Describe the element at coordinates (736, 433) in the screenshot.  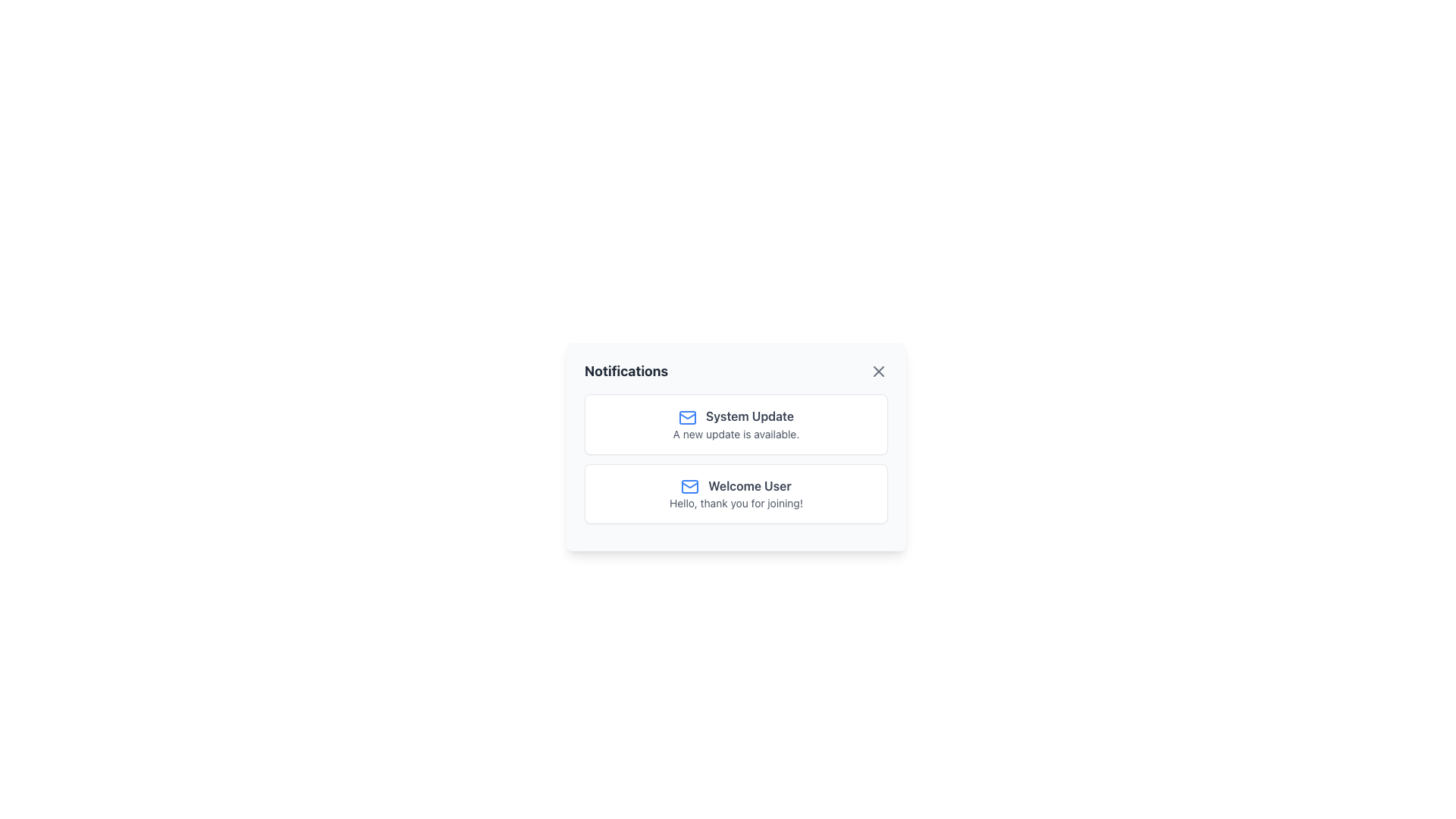
I see `the Text Label that indicates the availability of a new update, positioned below the title 'System Update'` at that location.